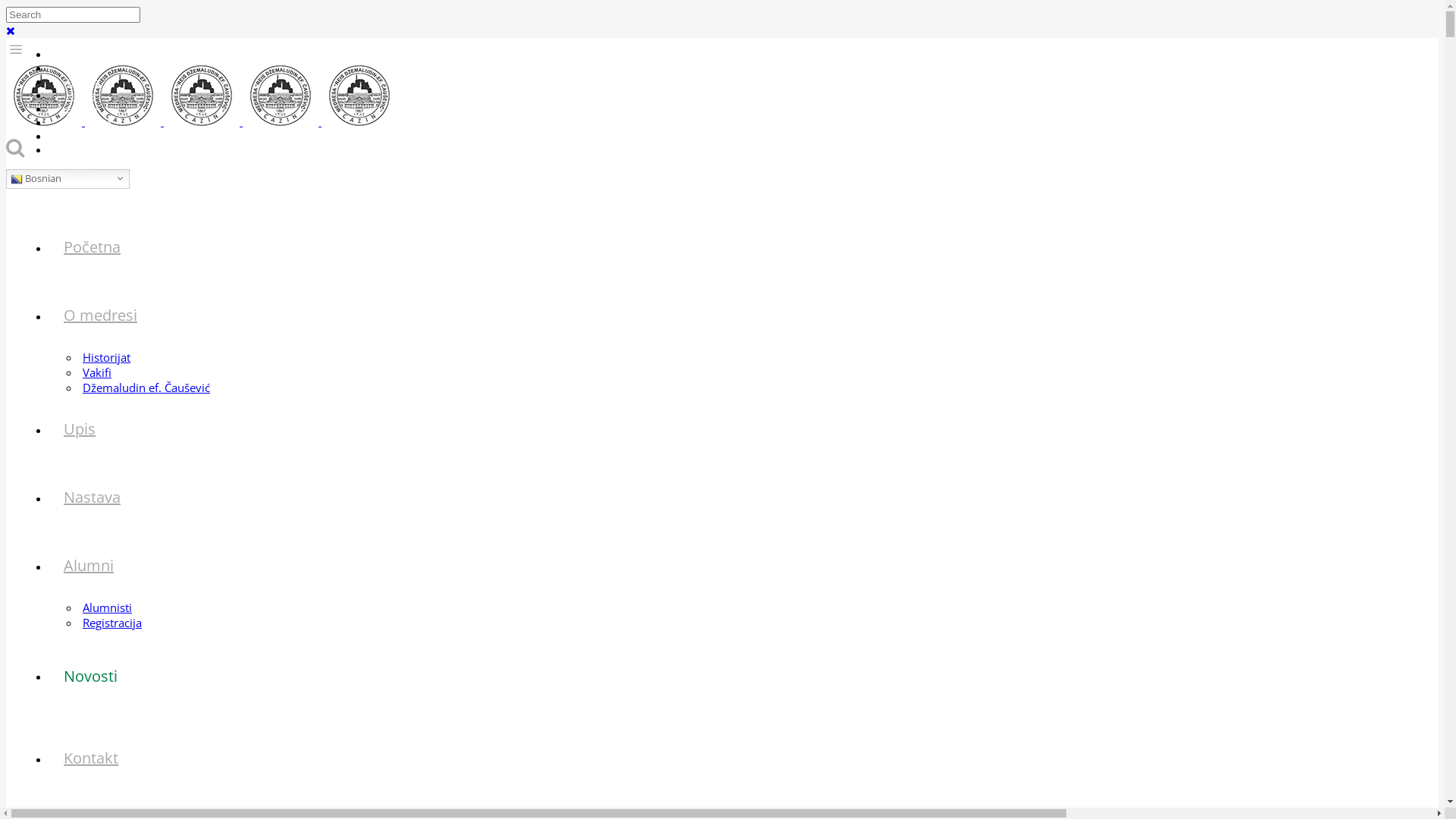 This screenshot has height=819, width=1456. Describe the element at coordinates (72, 96) in the screenshot. I see `'Hutbe'` at that location.